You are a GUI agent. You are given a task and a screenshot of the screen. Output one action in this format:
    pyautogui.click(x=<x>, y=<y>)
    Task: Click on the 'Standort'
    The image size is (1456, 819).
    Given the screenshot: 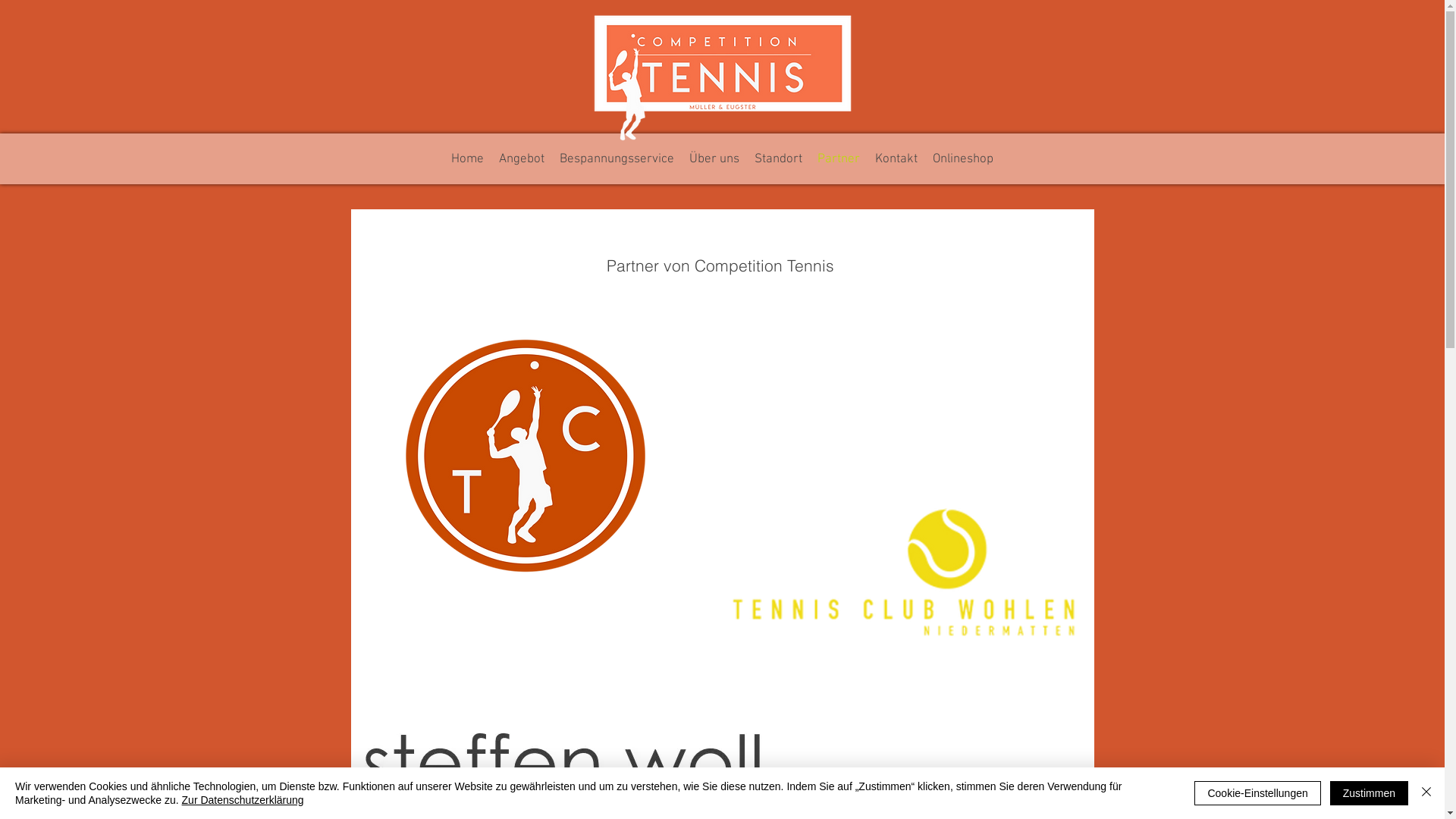 What is the action you would take?
    pyautogui.click(x=745, y=158)
    